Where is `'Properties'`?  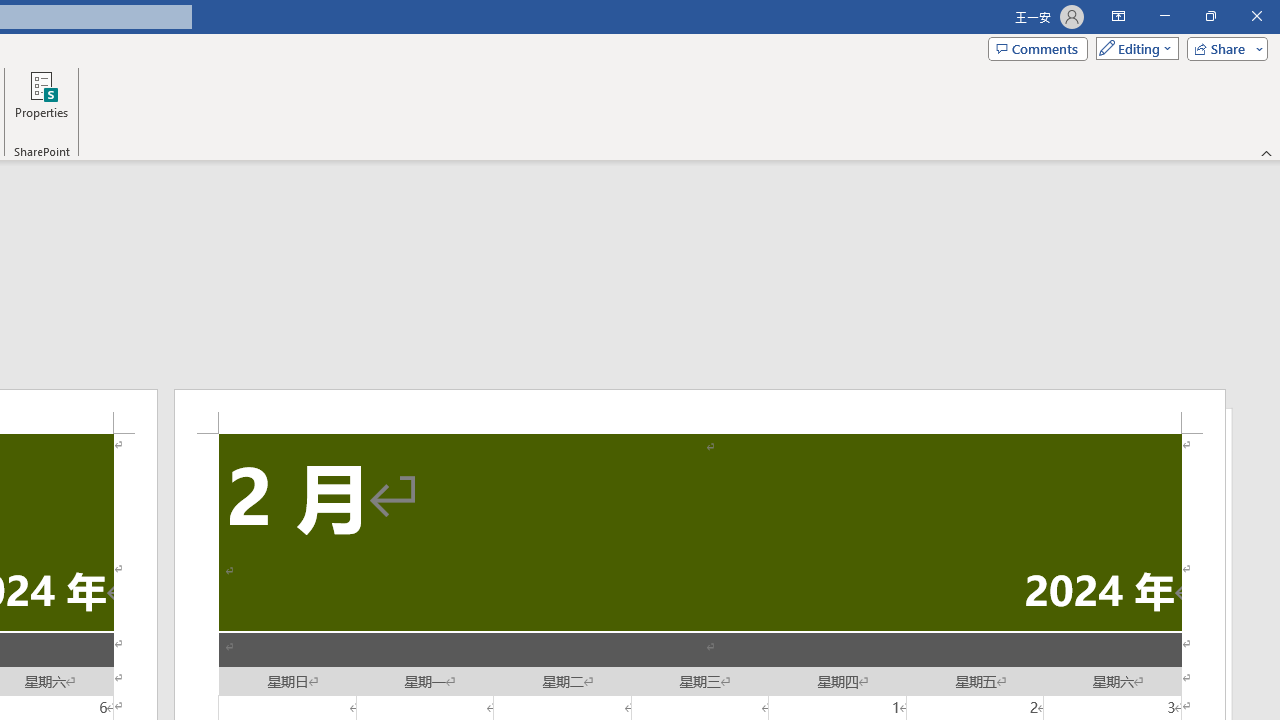
'Properties' is located at coordinates (41, 103).